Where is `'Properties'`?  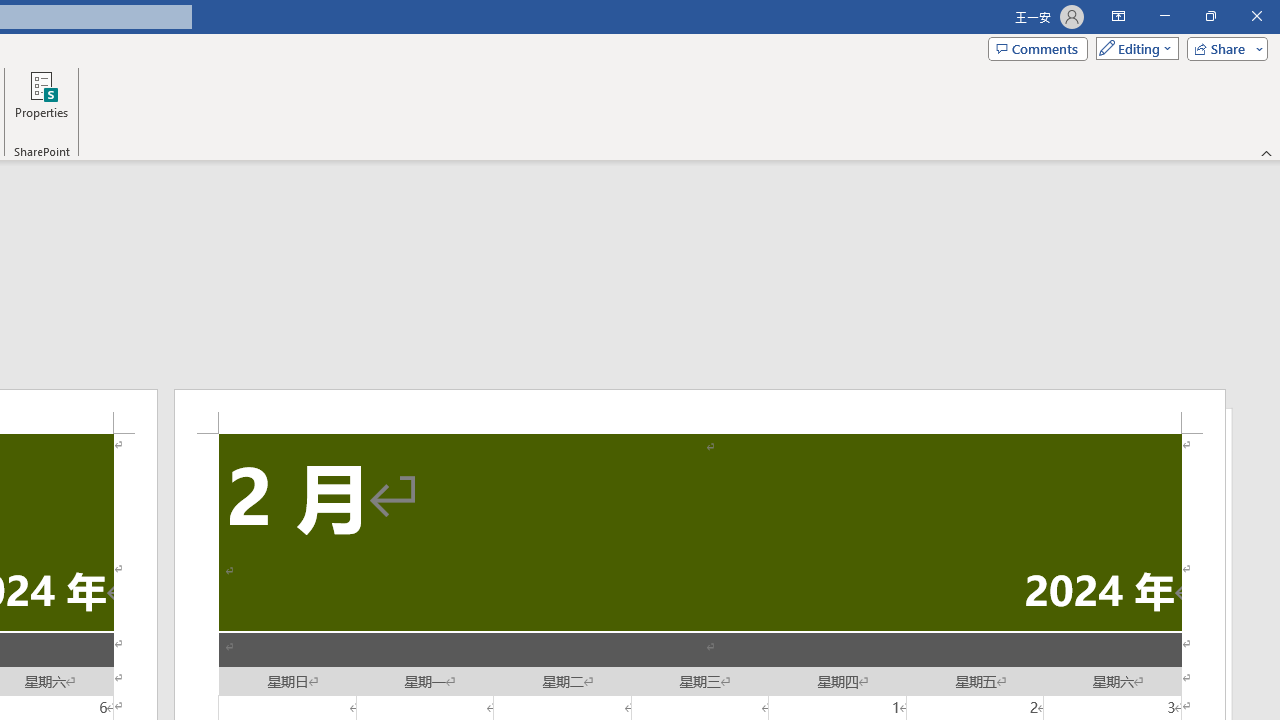
'Properties' is located at coordinates (41, 103).